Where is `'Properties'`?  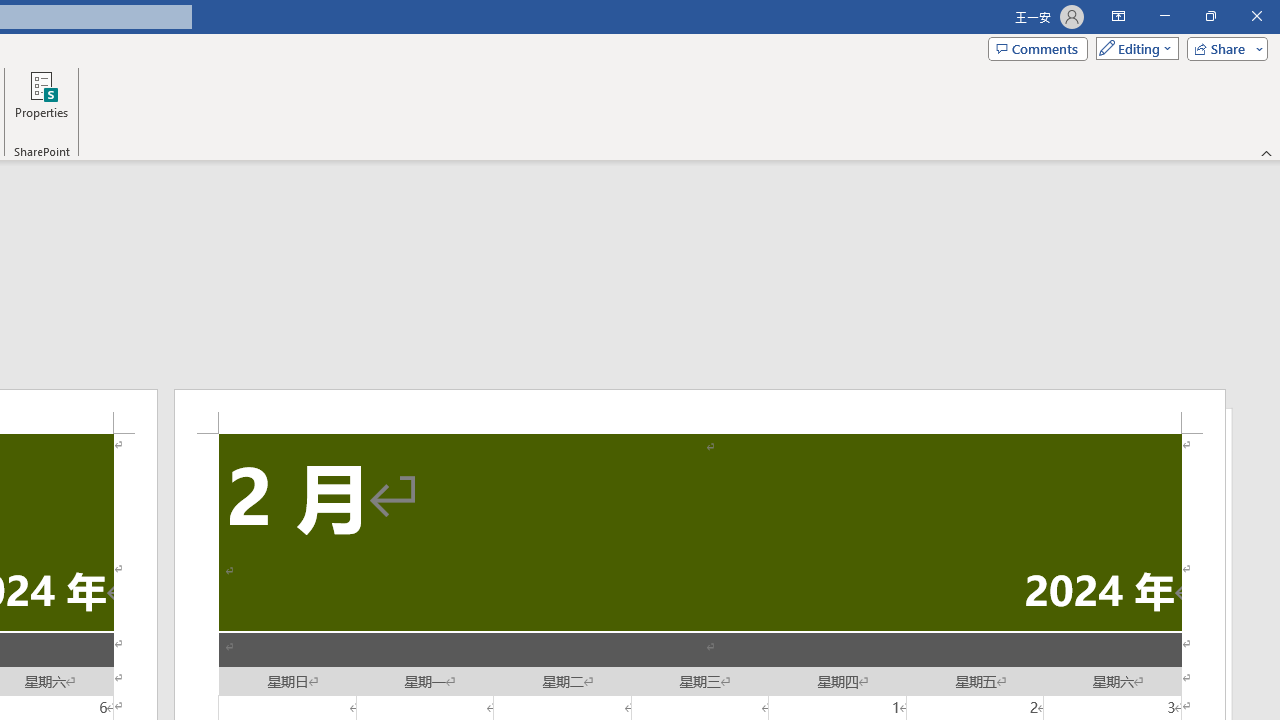
'Properties' is located at coordinates (41, 103).